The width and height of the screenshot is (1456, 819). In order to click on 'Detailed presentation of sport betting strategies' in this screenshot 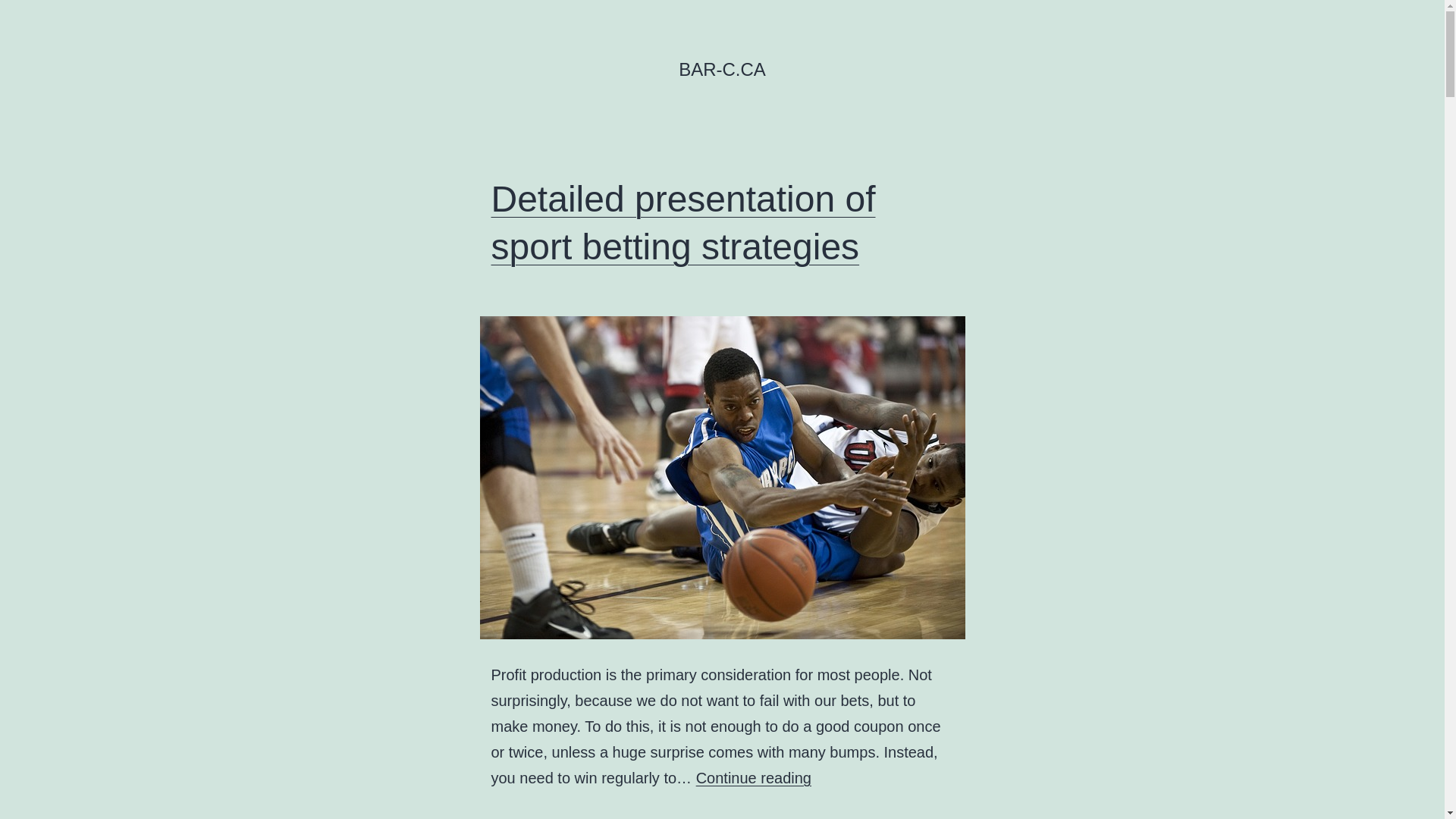, I will do `click(682, 222)`.